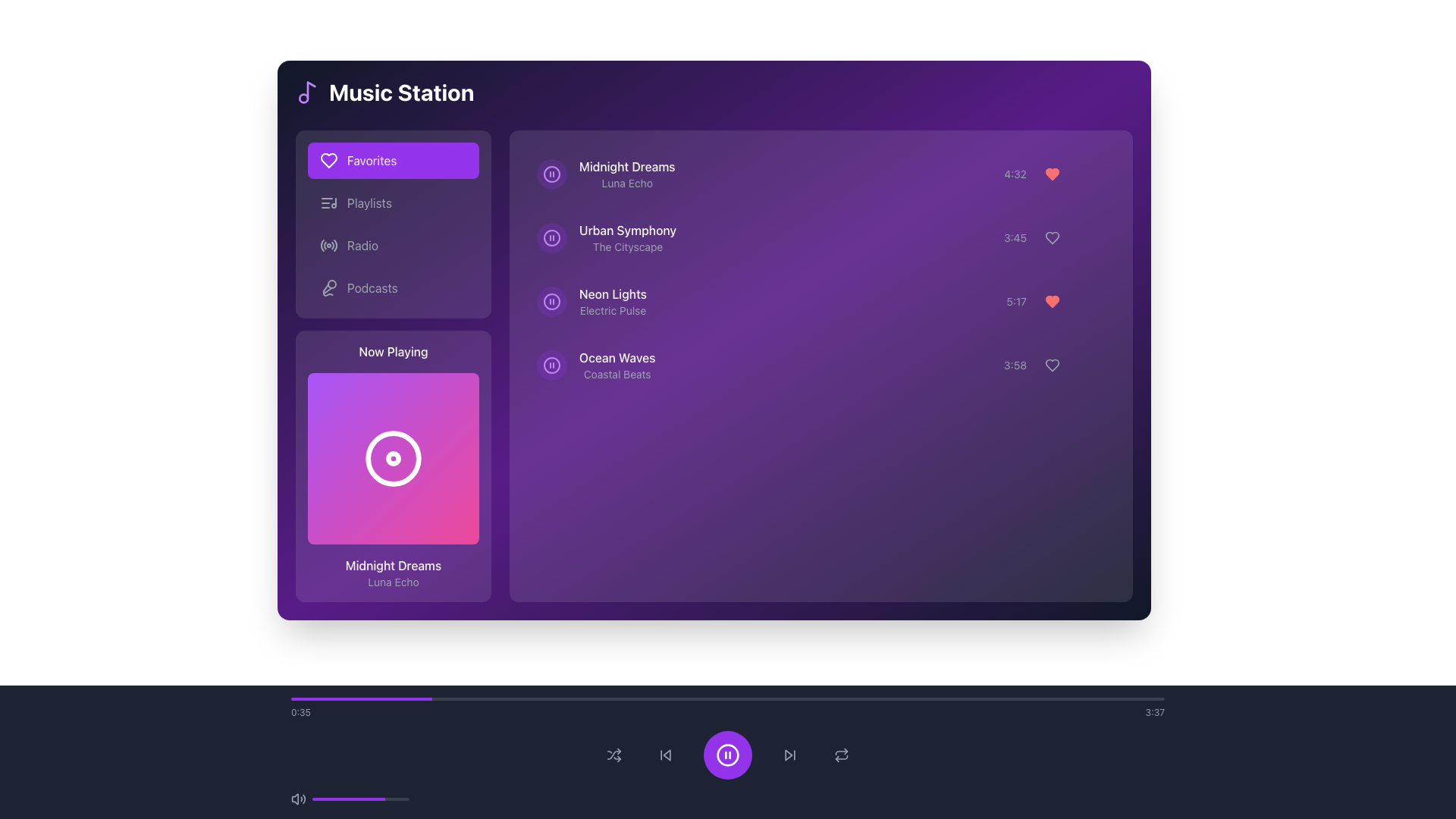 The image size is (1456, 819). What do you see at coordinates (614, 755) in the screenshot?
I see `the shuffle icon, which is styled as crossed arrows and located second from the right in the bottom control bar` at bounding box center [614, 755].